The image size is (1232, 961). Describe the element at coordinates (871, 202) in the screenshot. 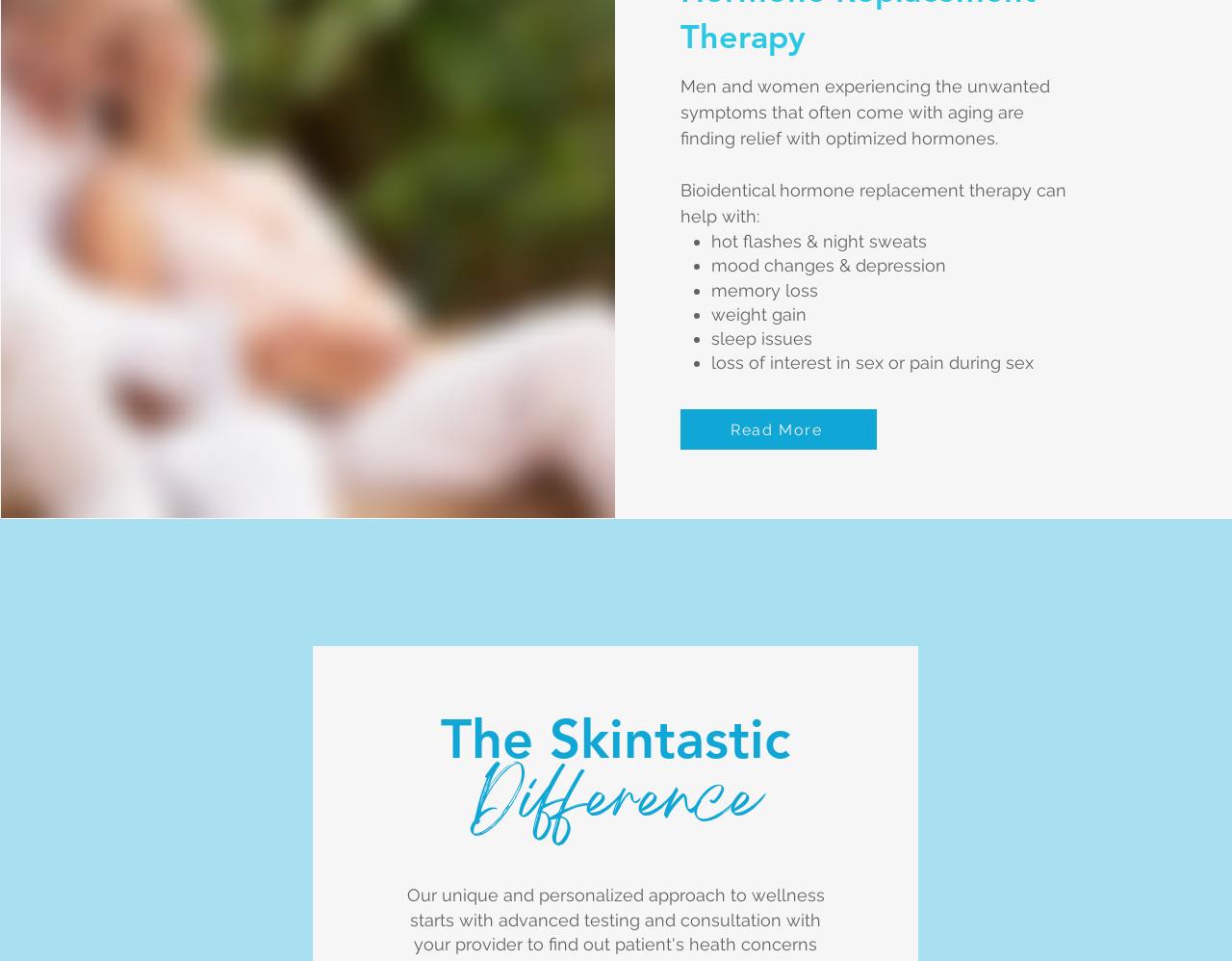

I see `'Bioidentical hormone replacement therapy can help with:'` at that location.